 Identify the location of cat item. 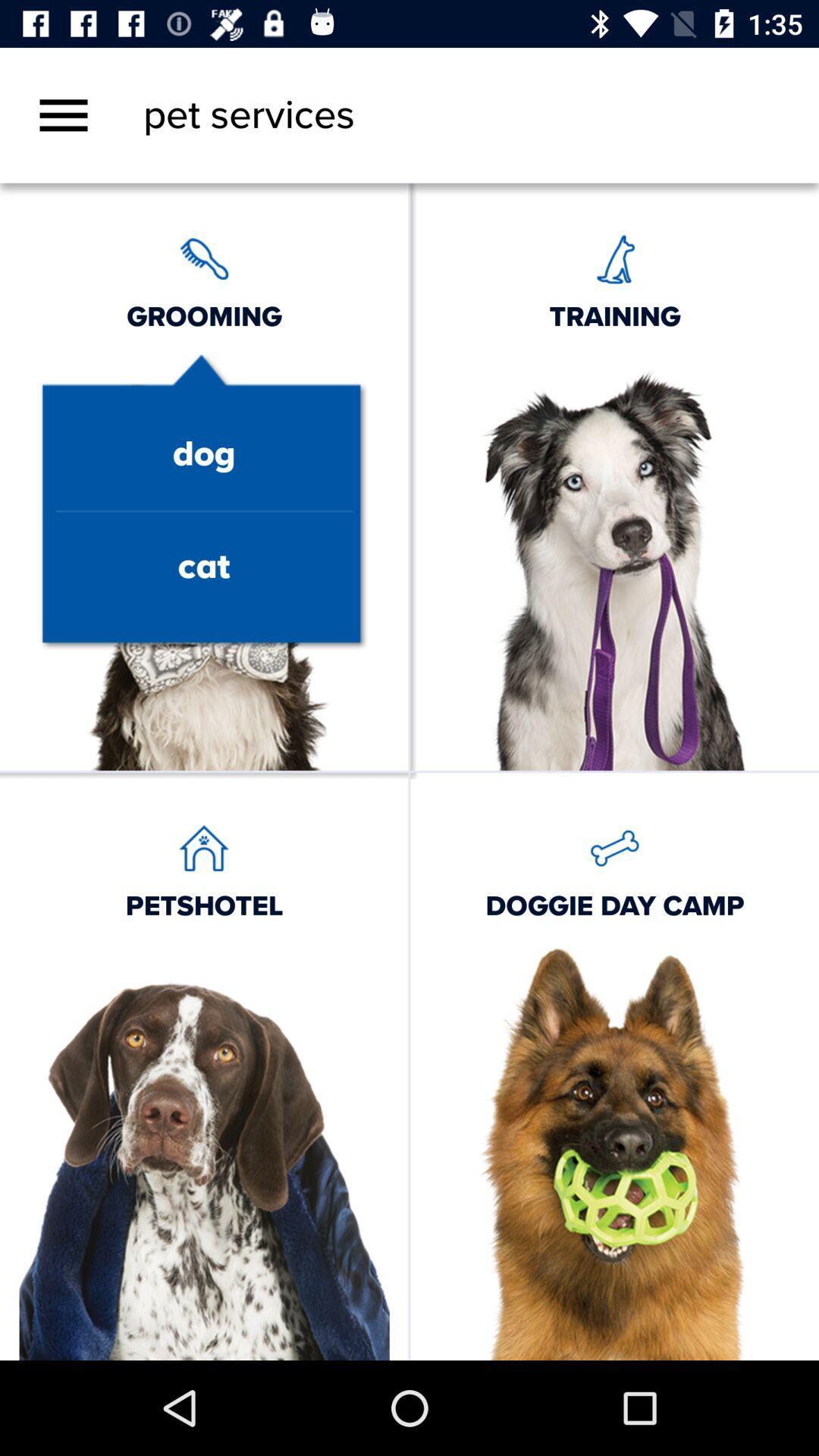
(203, 566).